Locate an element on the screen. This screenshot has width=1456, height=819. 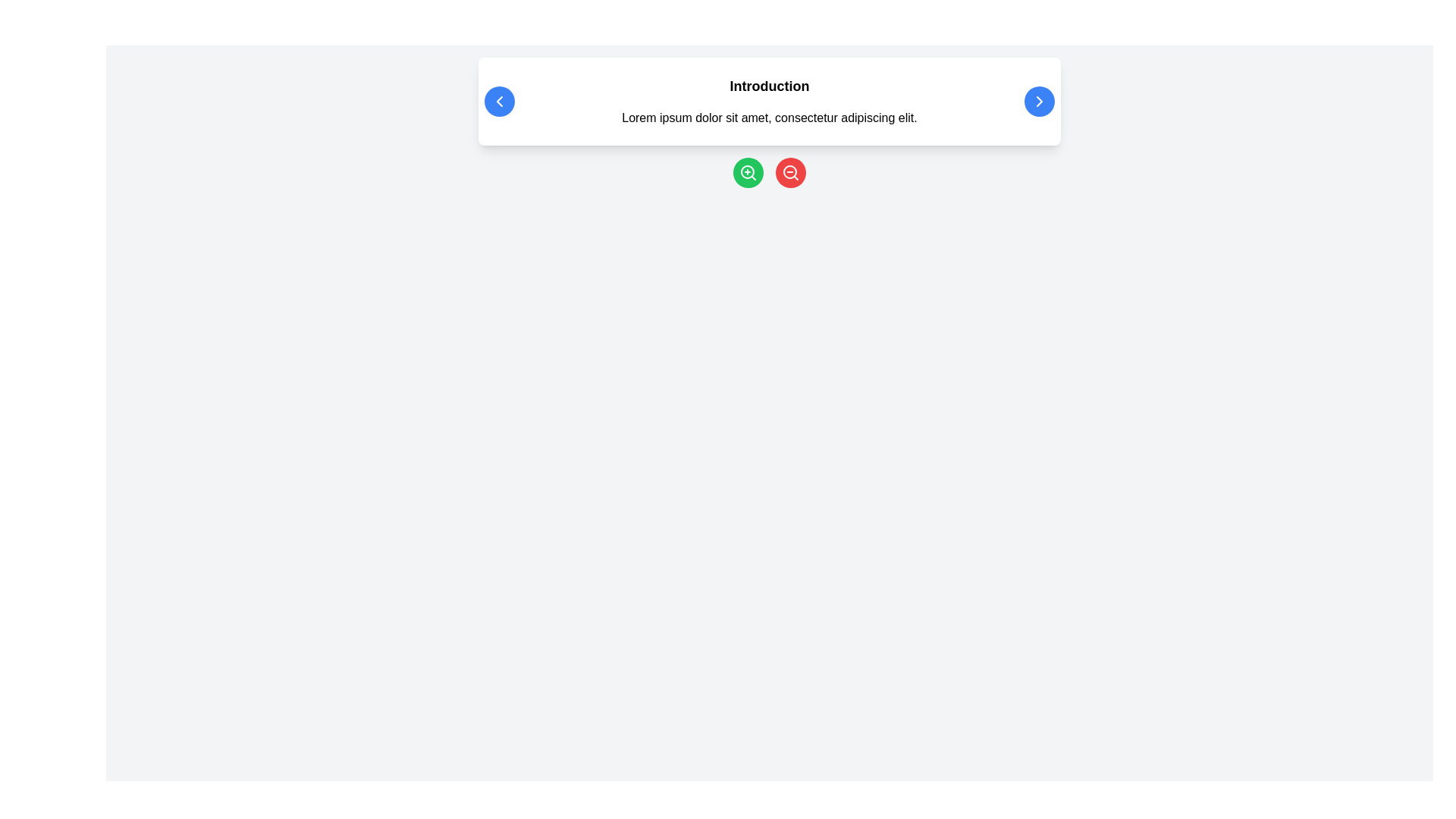
the green button within the grouped buttons control component located beneath the 'Introduction' heading to zoom in is located at coordinates (769, 171).